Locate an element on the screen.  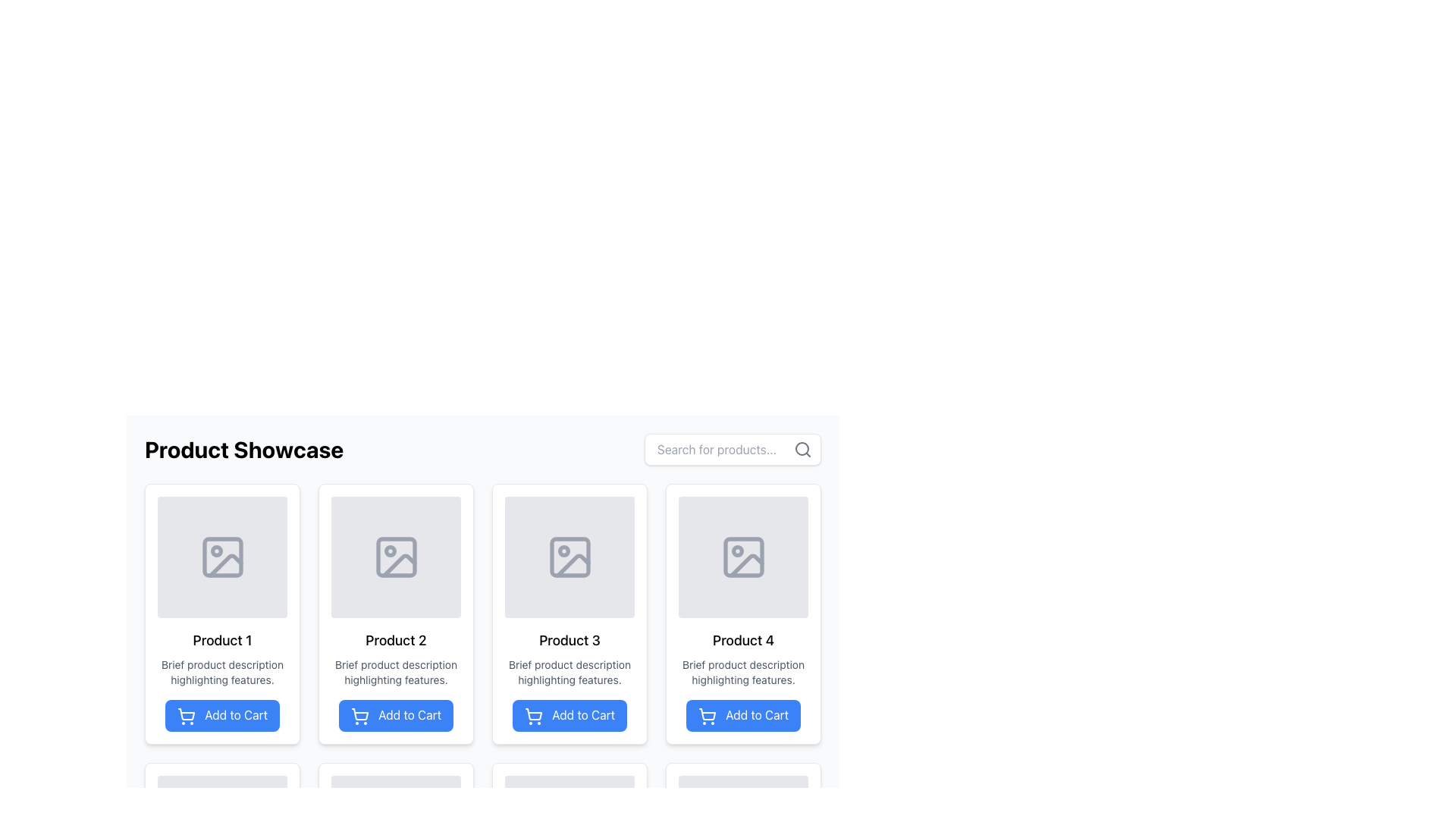
text content located in the card layout under the header 'Product 3' and above the 'Add to Cart' button in the third column of the product grid is located at coordinates (569, 672).